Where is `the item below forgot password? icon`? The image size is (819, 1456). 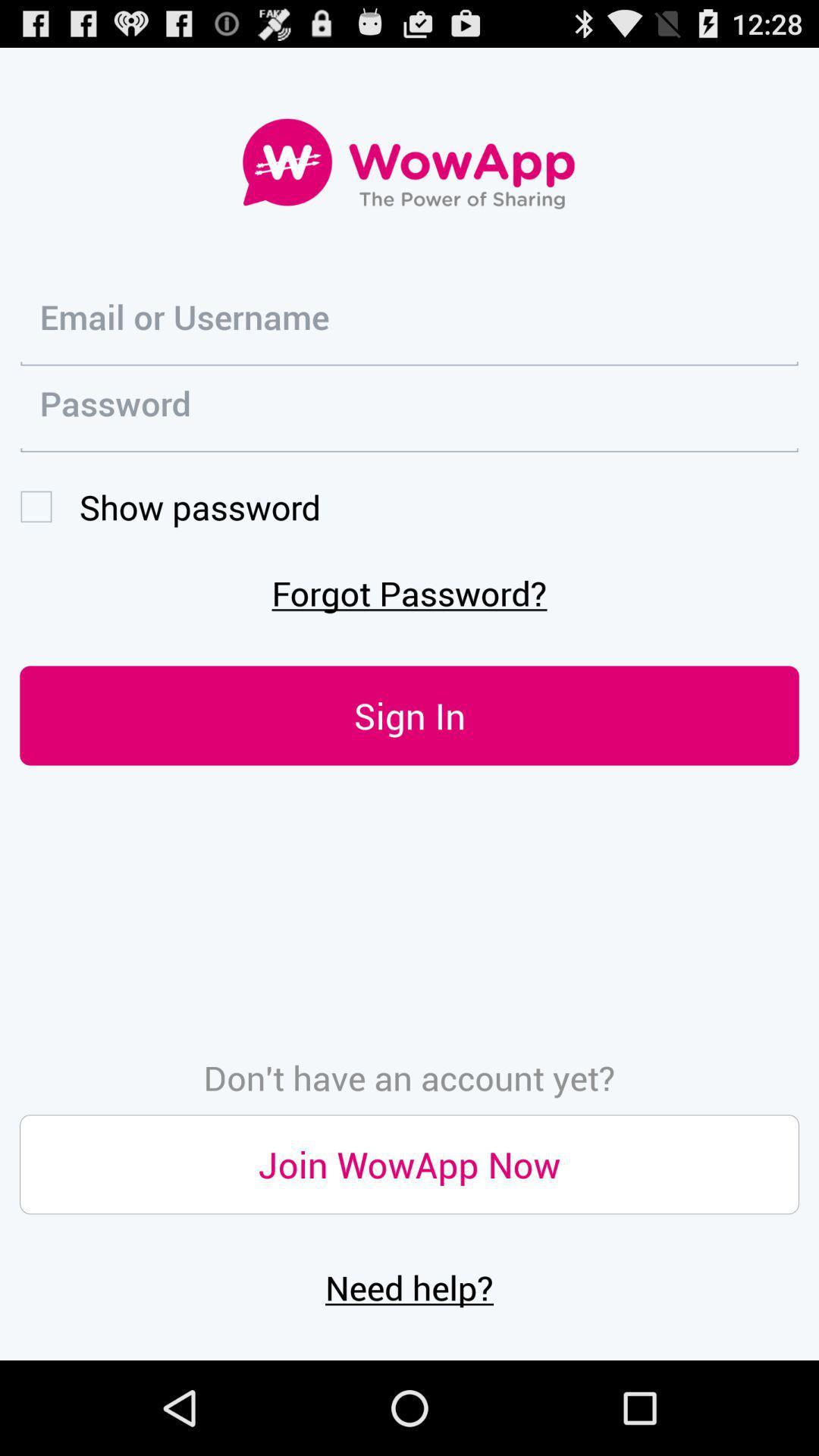 the item below forgot password? icon is located at coordinates (409, 714).